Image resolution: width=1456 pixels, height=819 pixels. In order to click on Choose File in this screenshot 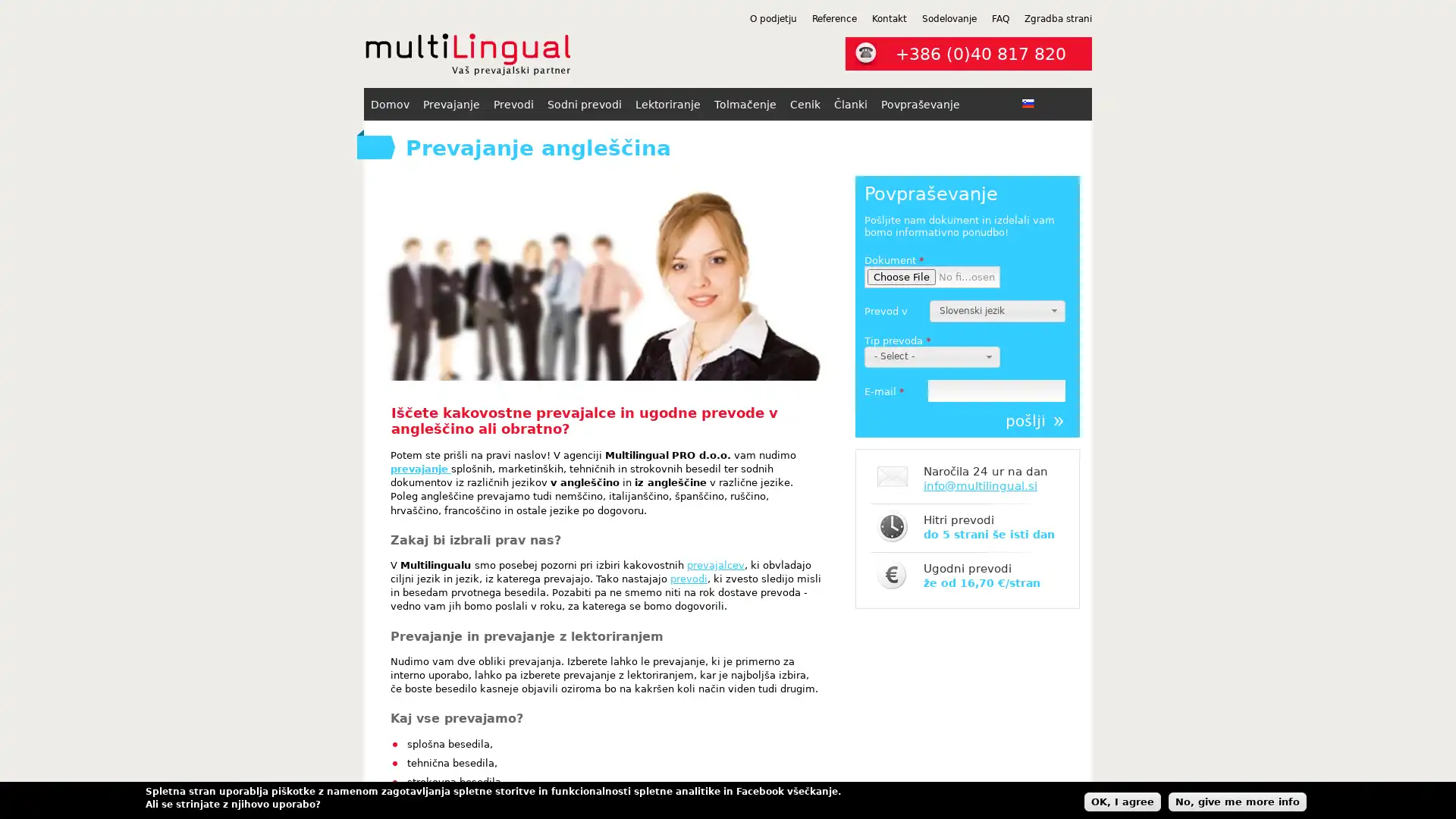, I will do `click(902, 277)`.